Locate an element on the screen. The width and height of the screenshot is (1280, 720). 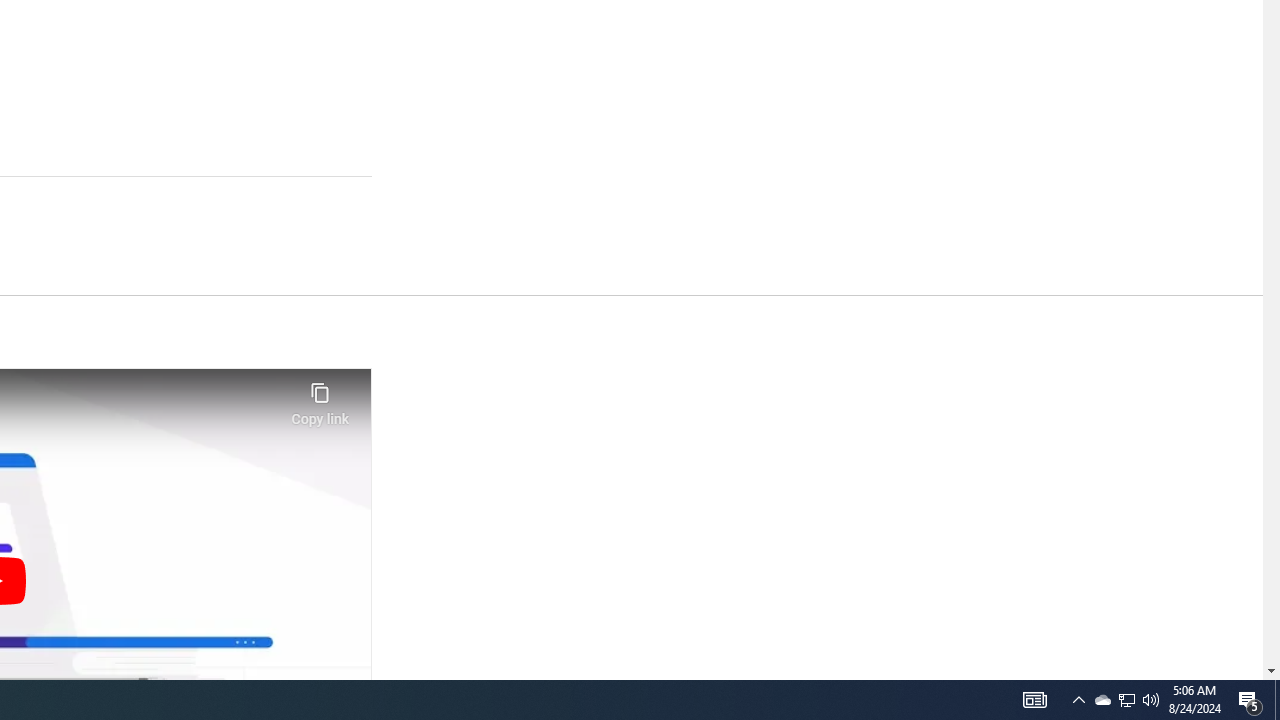
'Copy link' is located at coordinates (320, 398).